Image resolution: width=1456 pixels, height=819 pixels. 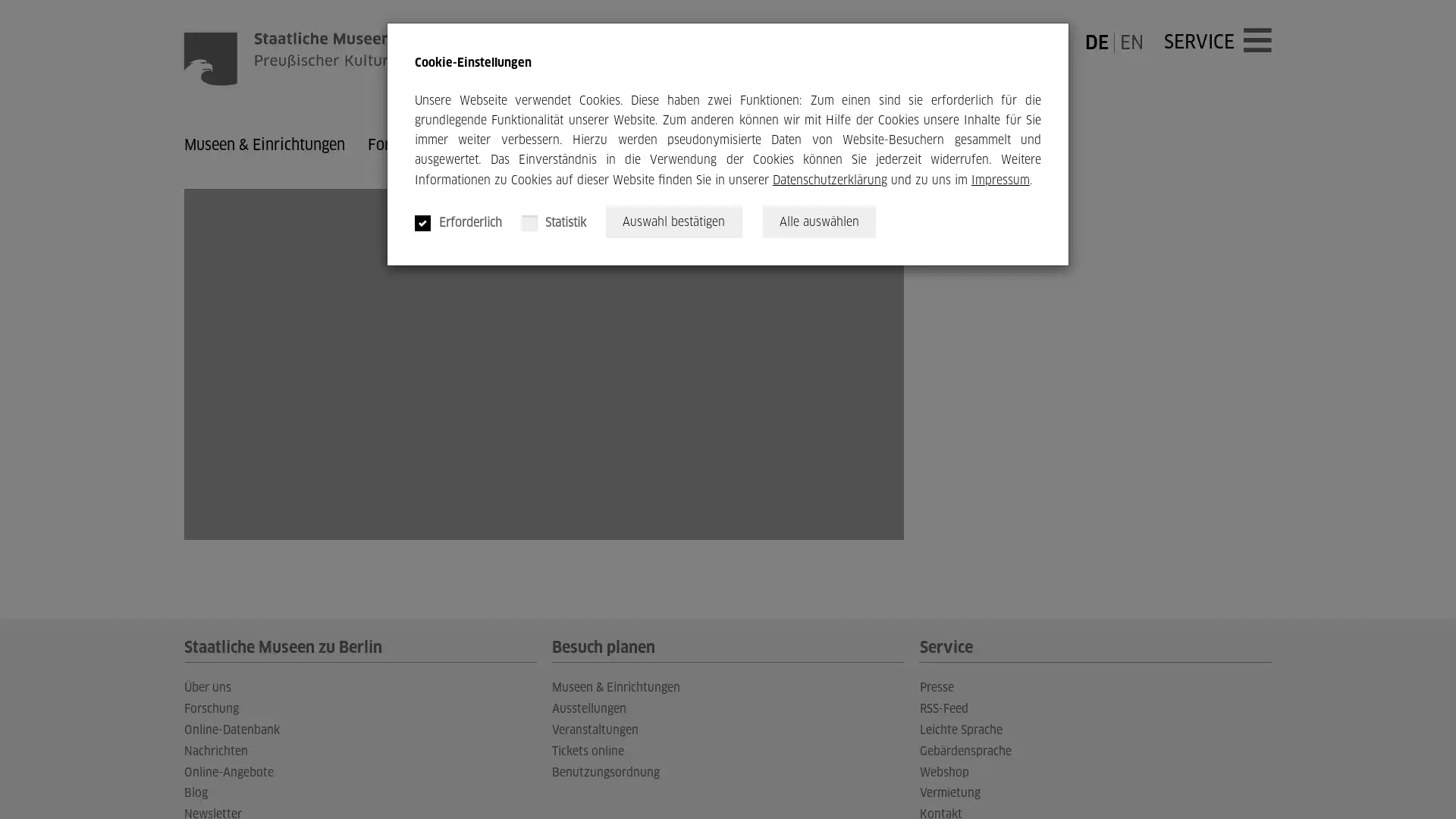 What do you see at coordinates (673, 221) in the screenshot?
I see `Auswahl bestatigen` at bounding box center [673, 221].